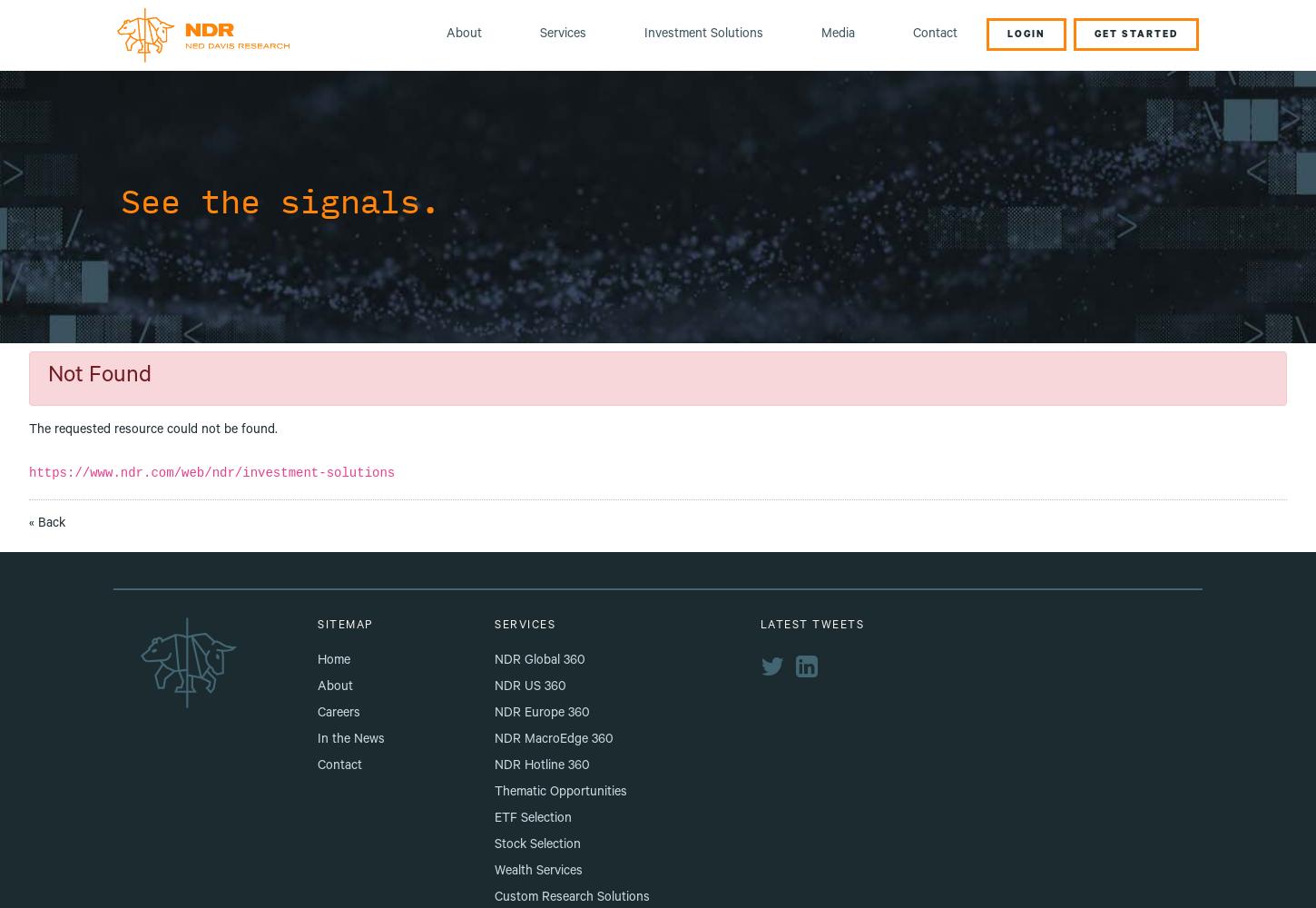 The image size is (1316, 908). Describe the element at coordinates (280, 202) in the screenshot. I see `'See the signals.'` at that location.